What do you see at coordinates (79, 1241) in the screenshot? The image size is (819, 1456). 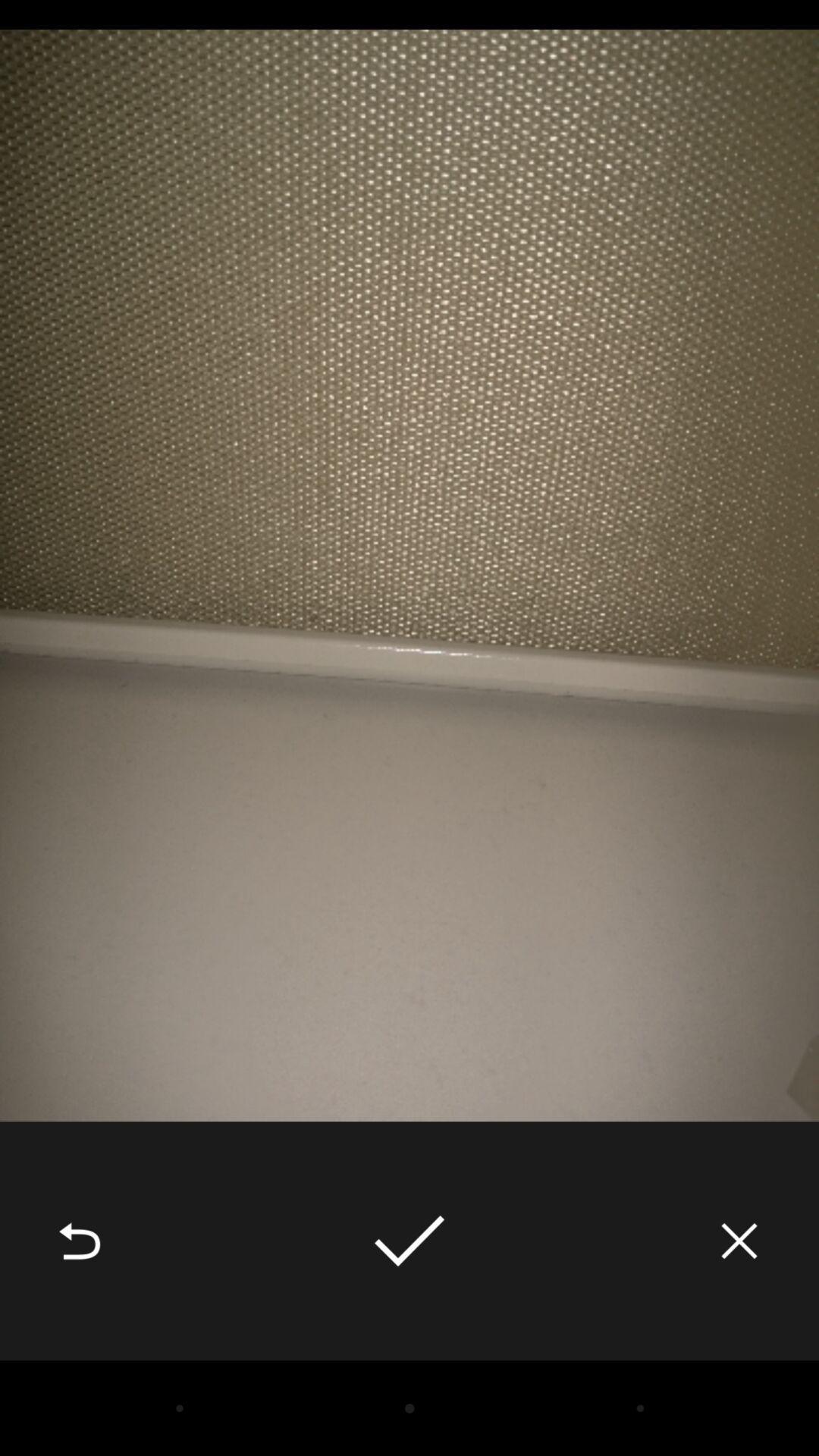 I see `icon at the bottom left corner` at bounding box center [79, 1241].